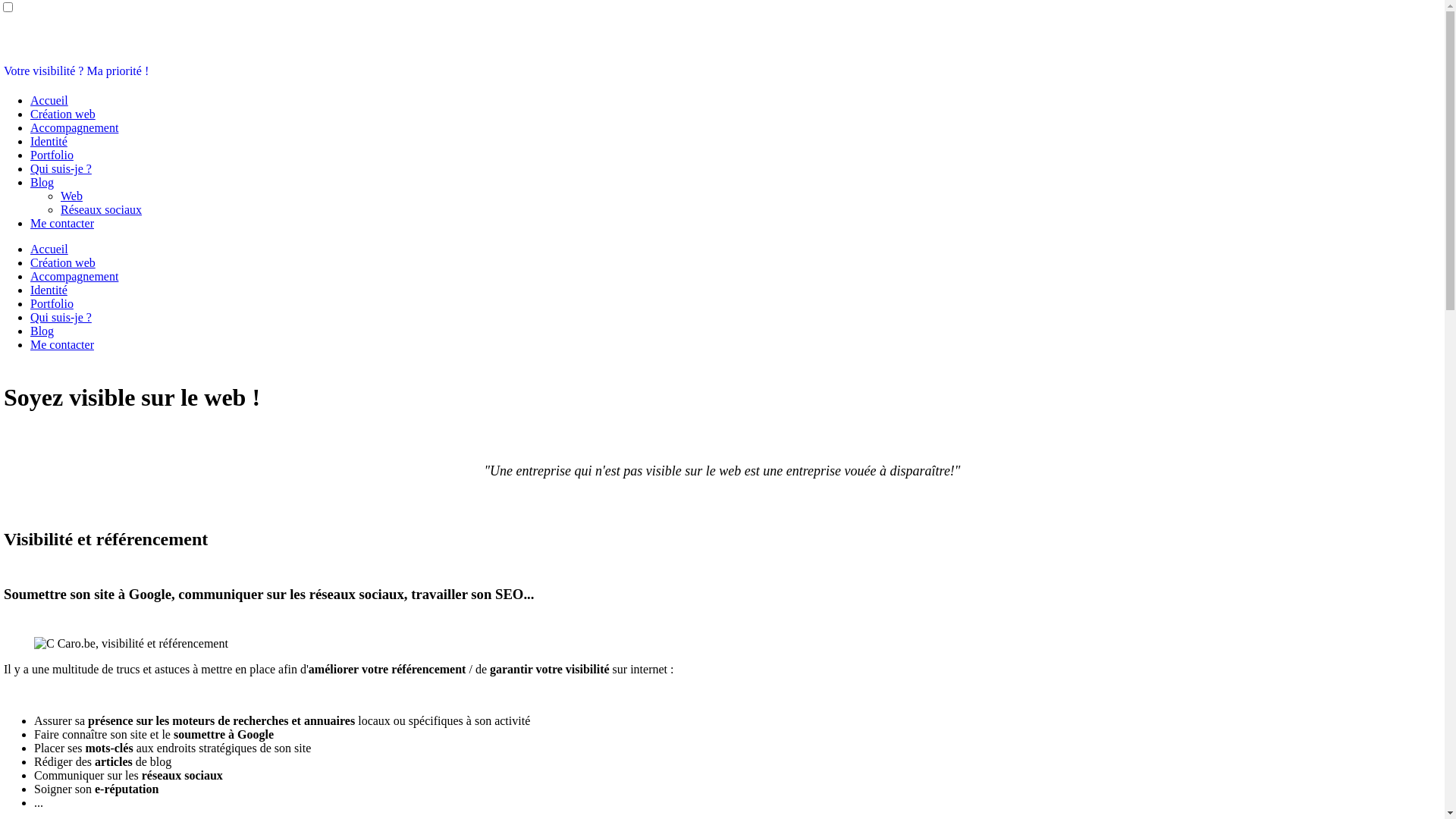 This screenshot has height=819, width=1456. Describe the element at coordinates (49, 100) in the screenshot. I see `'Accueil'` at that location.